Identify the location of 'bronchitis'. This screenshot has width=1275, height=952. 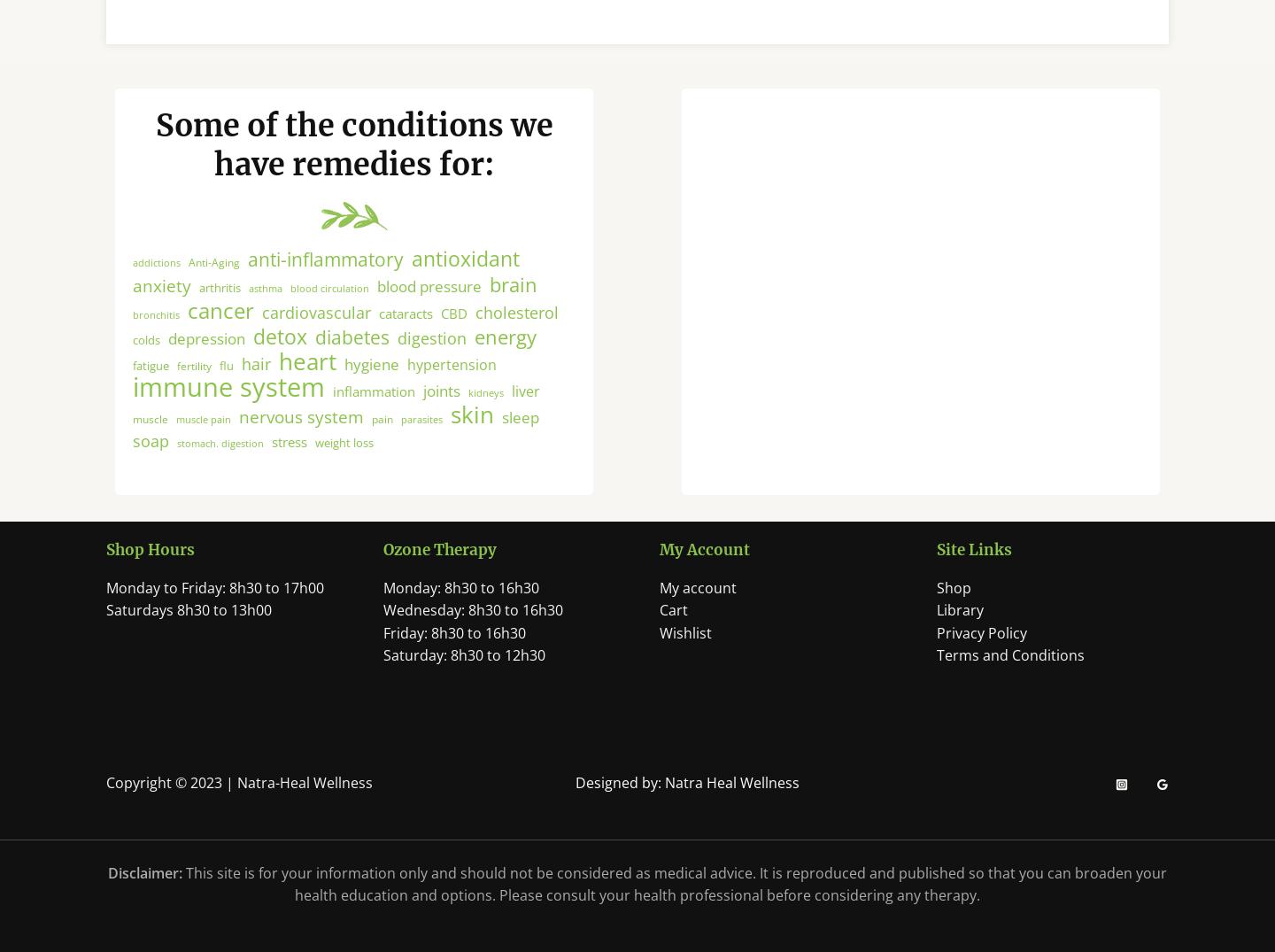
(155, 330).